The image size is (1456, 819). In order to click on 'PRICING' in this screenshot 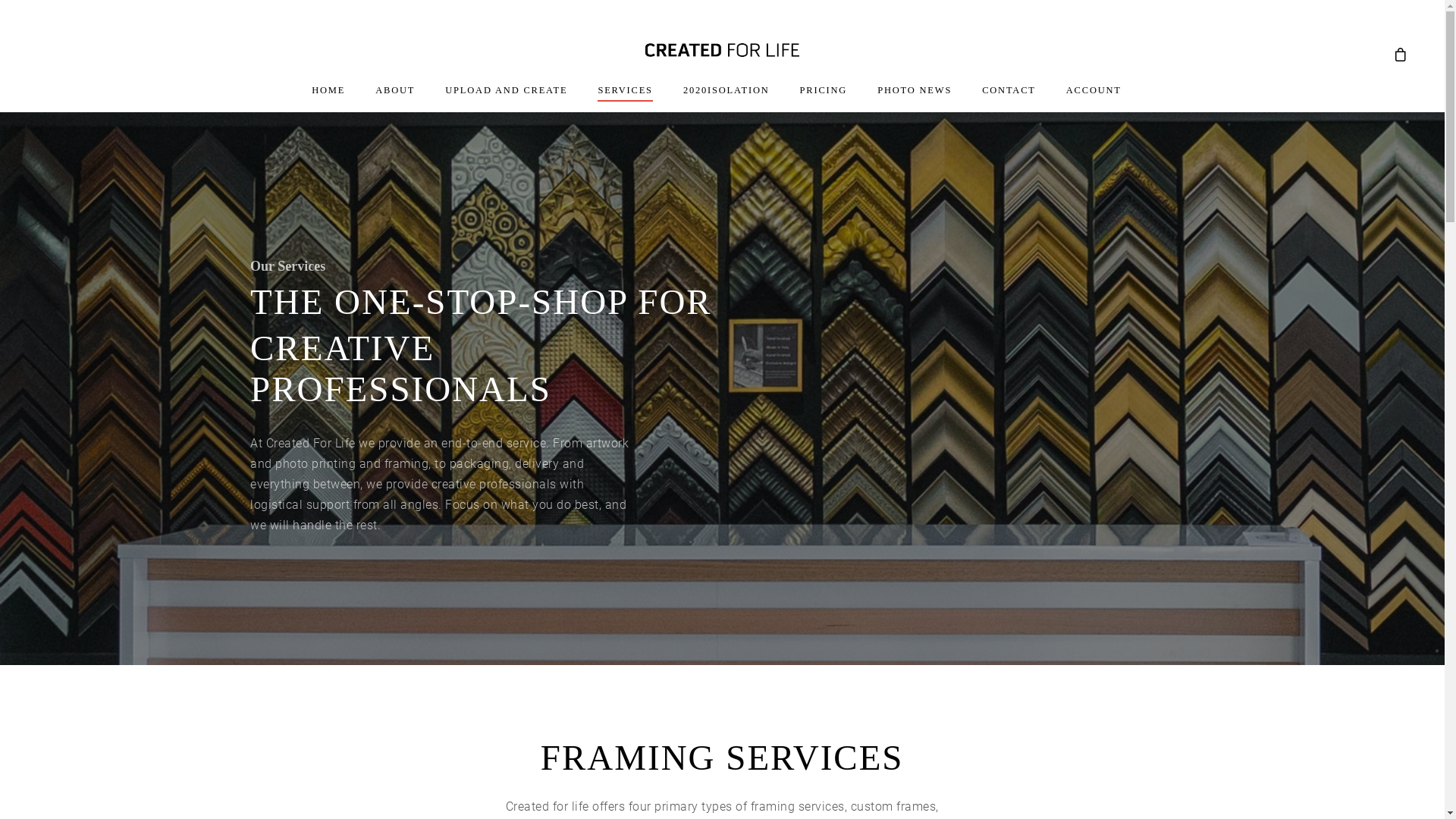, I will do `click(799, 98)`.